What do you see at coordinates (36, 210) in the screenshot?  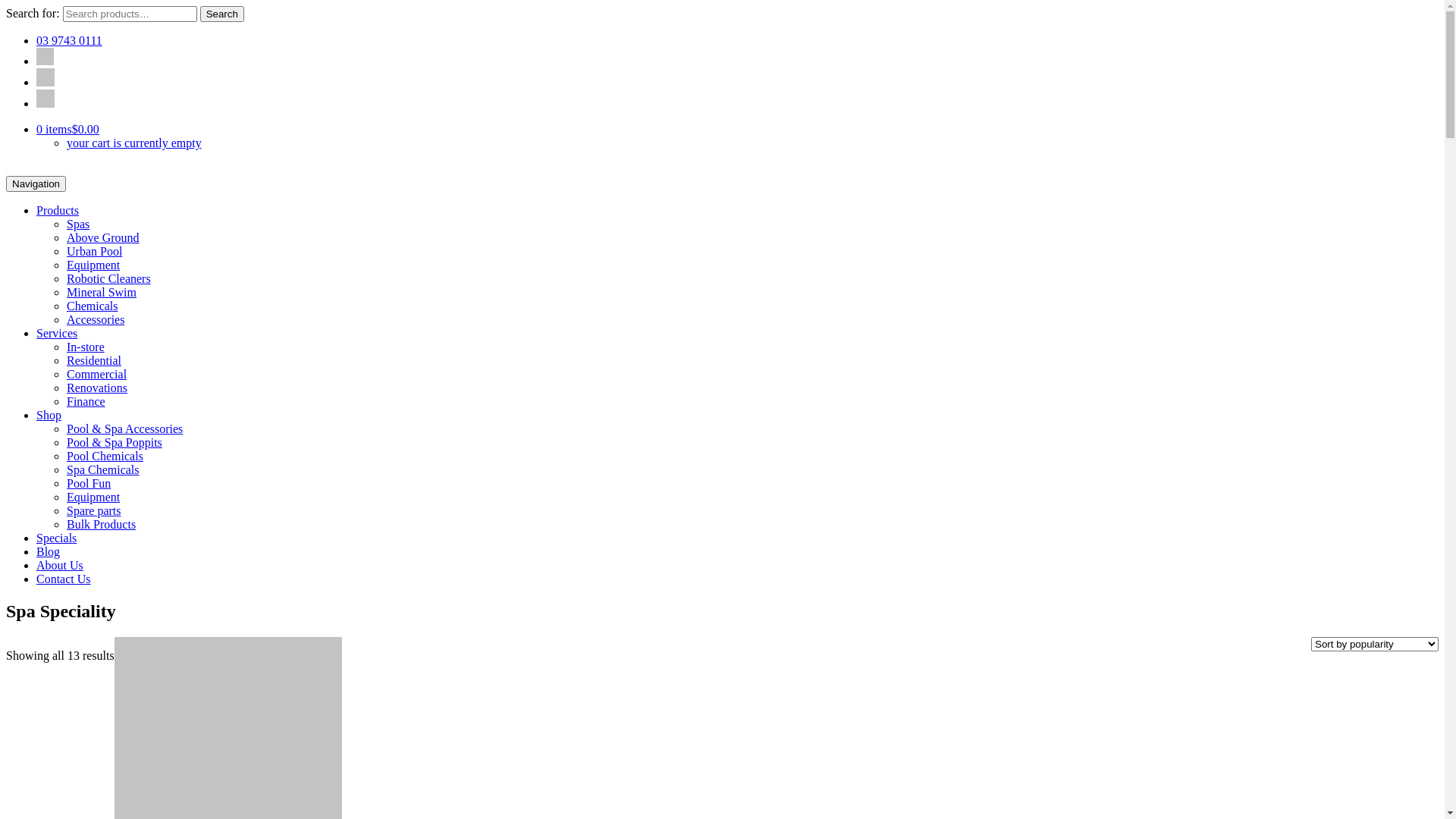 I see `'Products'` at bounding box center [36, 210].